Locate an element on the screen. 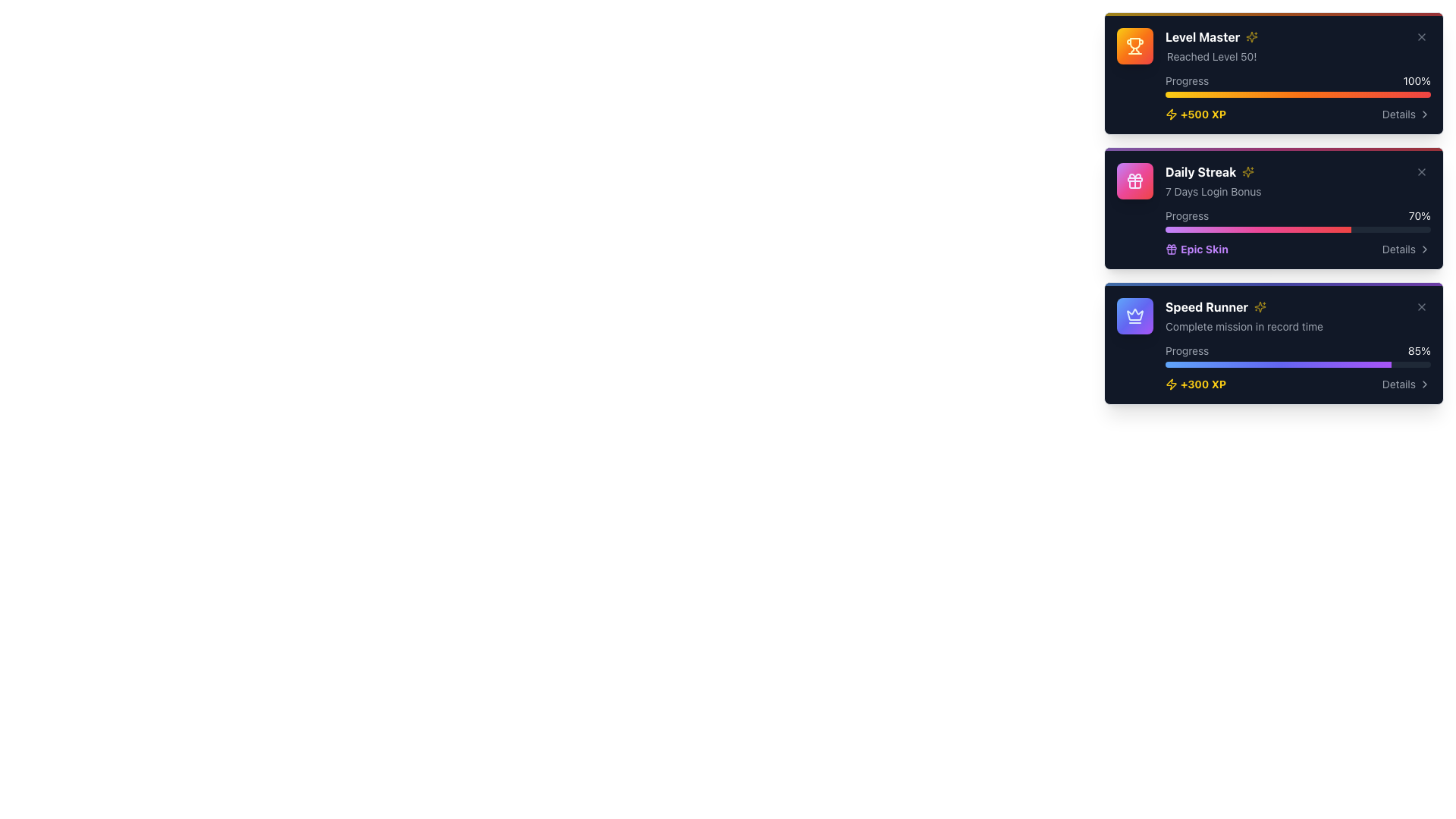  the progress bar located within the 'Level Master' card, which visually represents 100% task completion is located at coordinates (1298, 85).